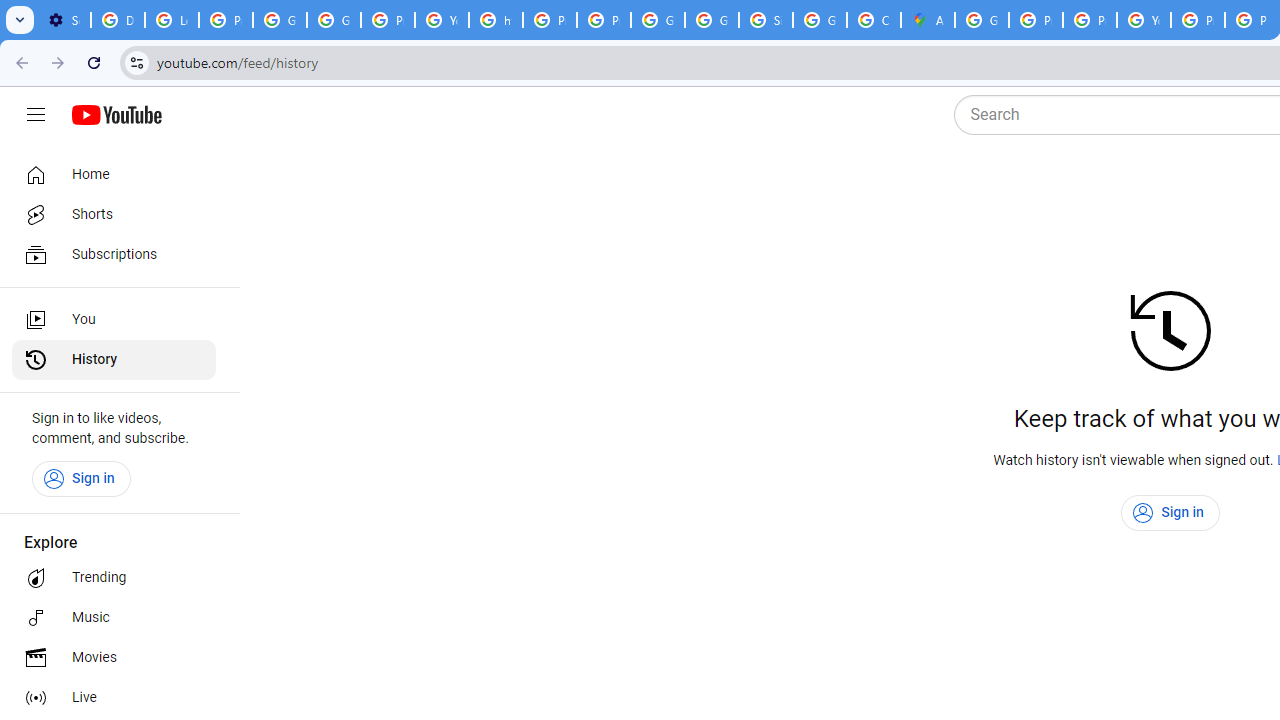  Describe the element at coordinates (112, 697) in the screenshot. I see `'Live'` at that location.